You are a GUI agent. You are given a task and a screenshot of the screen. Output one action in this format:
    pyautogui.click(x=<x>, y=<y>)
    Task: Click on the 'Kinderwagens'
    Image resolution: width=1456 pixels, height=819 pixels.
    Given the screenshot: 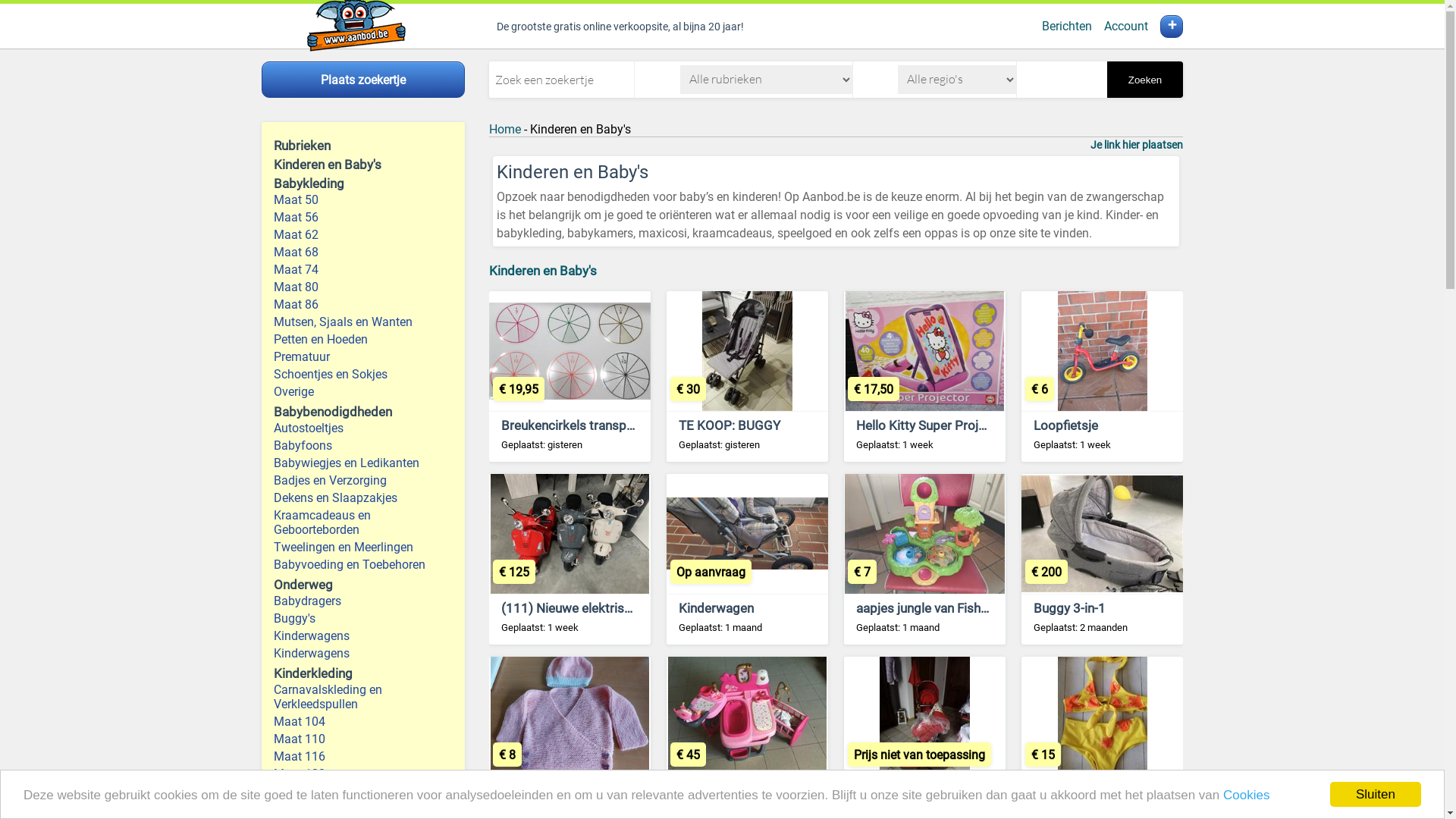 What is the action you would take?
    pyautogui.click(x=273, y=652)
    